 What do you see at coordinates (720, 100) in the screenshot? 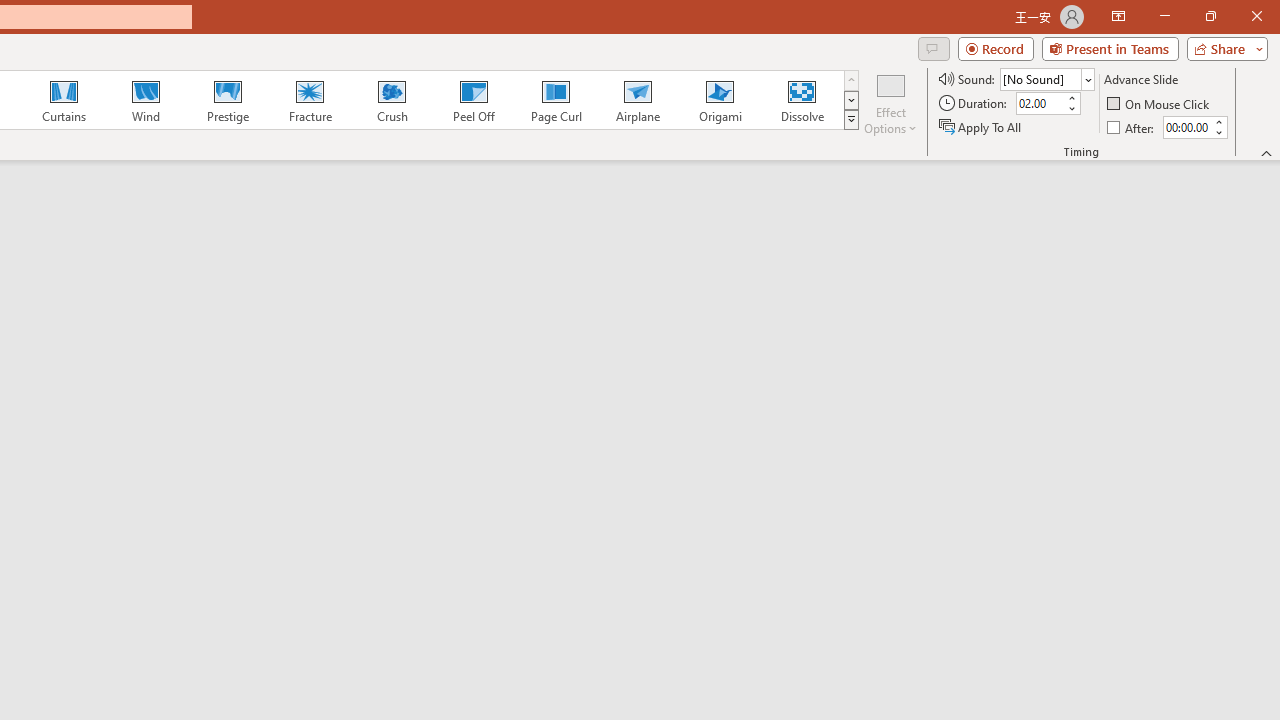
I see `'Origami'` at bounding box center [720, 100].